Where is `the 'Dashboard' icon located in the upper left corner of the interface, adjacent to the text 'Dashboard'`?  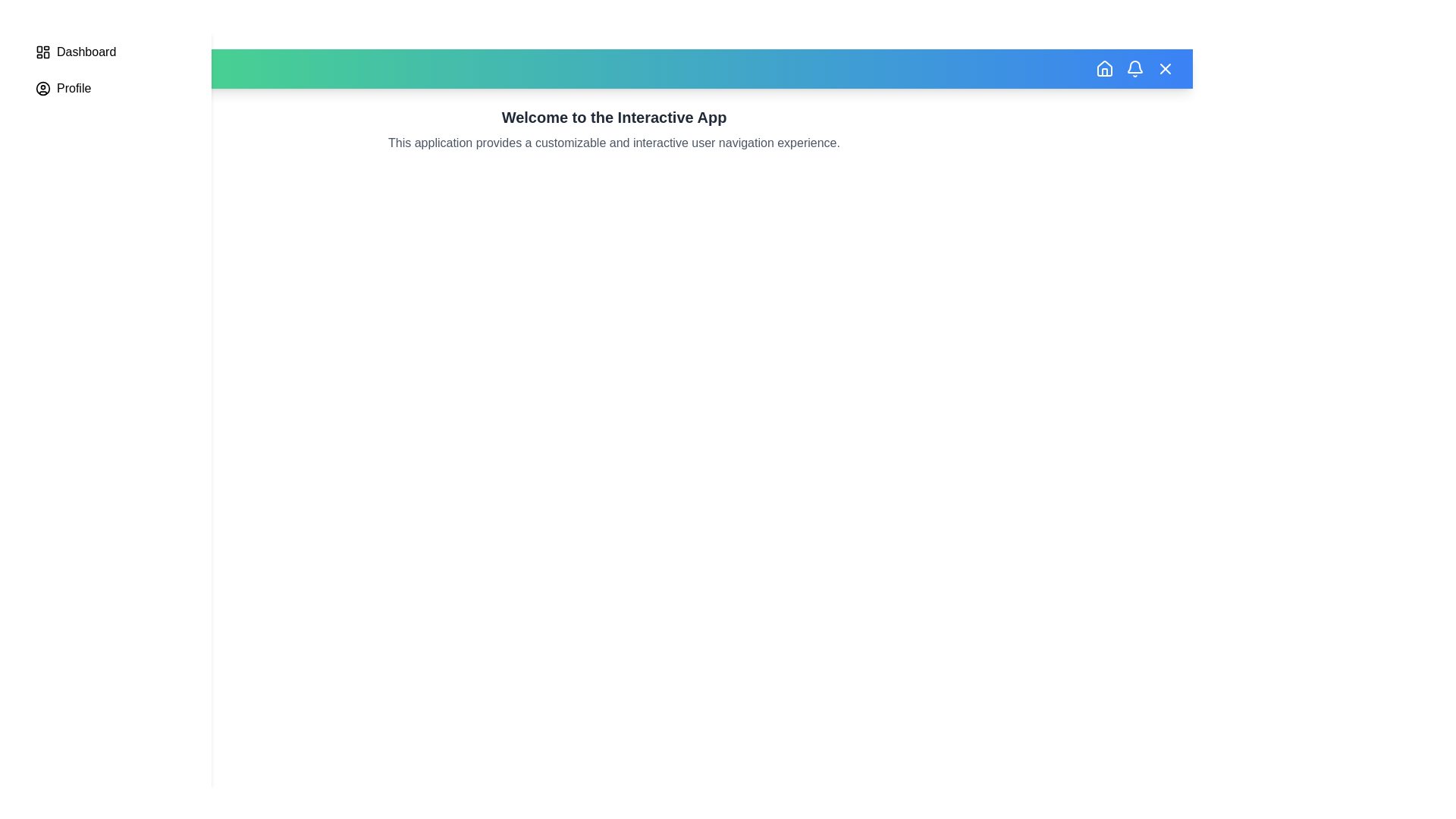
the 'Dashboard' icon located in the upper left corner of the interface, adjacent to the text 'Dashboard' is located at coordinates (43, 52).